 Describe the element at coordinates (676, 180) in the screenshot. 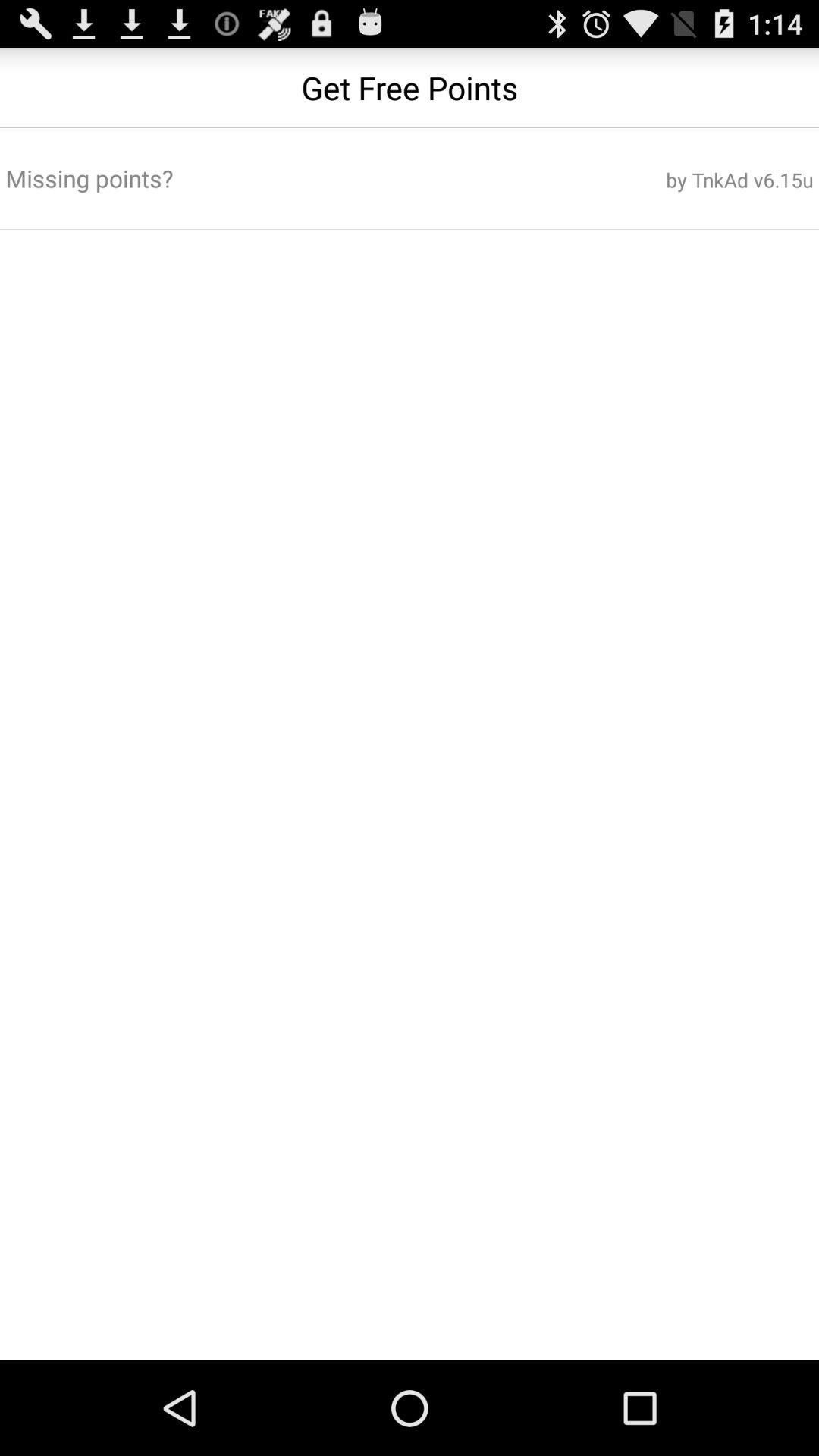

I see `the icon to the right of the missing points? icon` at that location.